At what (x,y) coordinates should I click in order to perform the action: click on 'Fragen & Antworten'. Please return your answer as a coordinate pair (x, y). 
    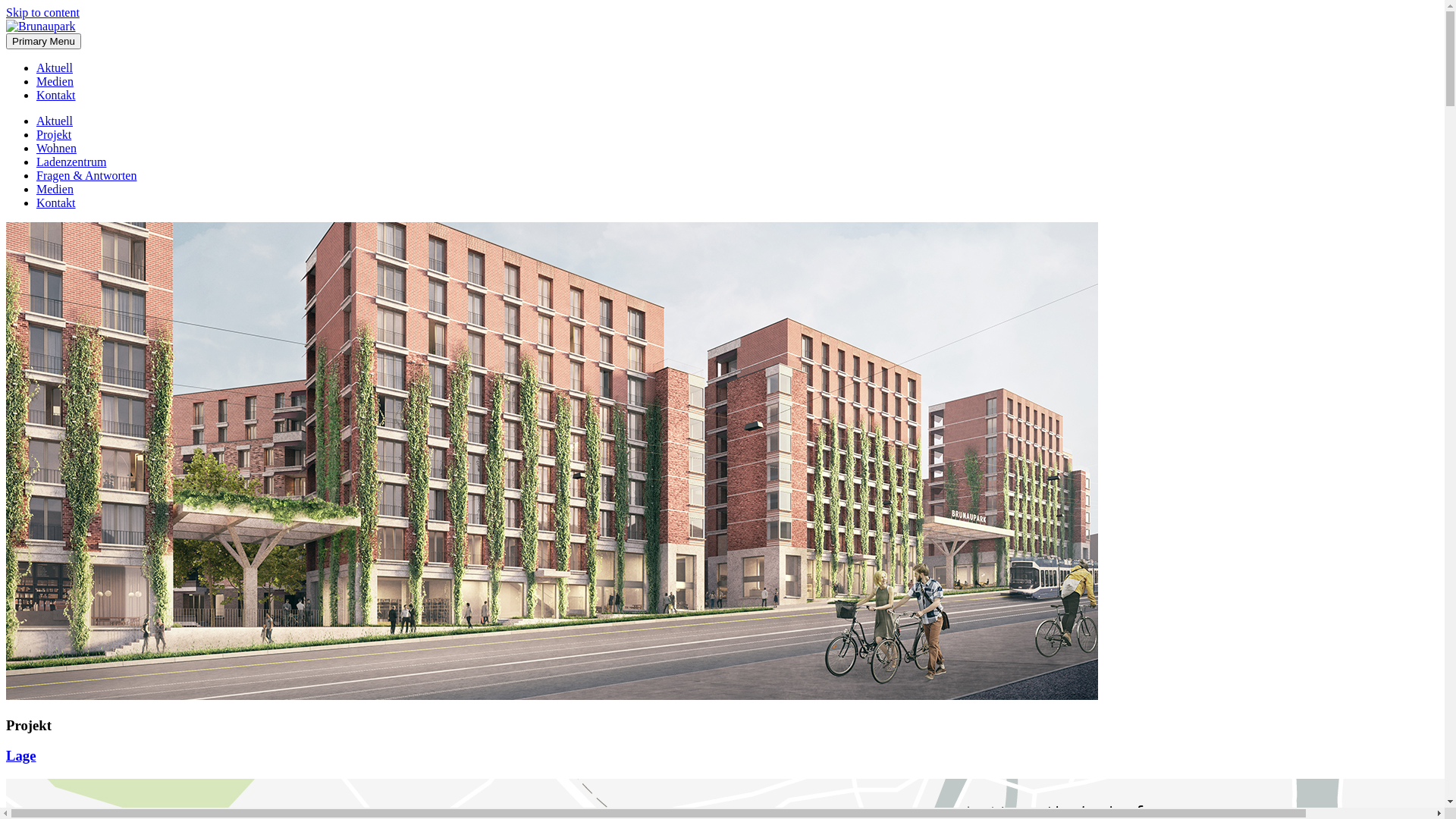
    Looking at the image, I should click on (86, 174).